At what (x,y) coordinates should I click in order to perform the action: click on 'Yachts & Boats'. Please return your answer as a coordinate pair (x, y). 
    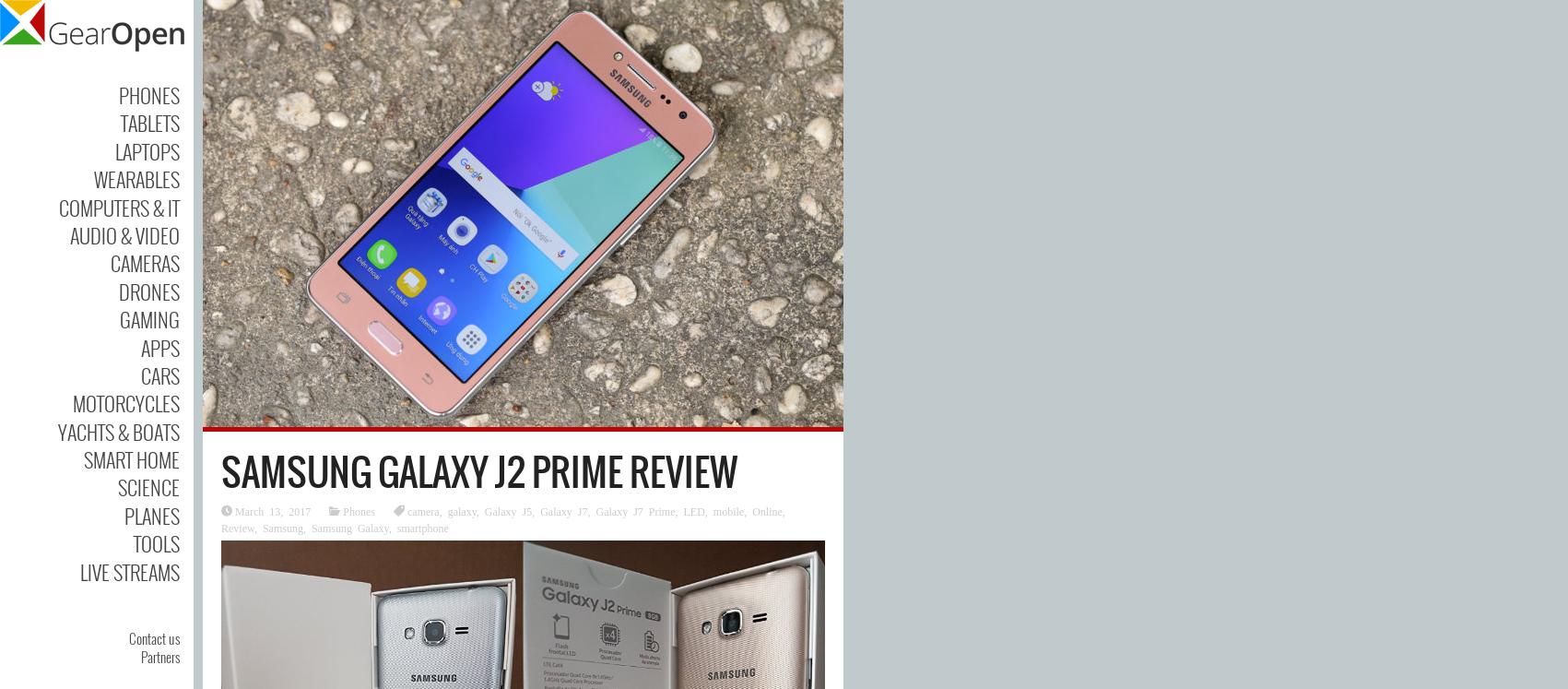
    Looking at the image, I should click on (117, 430).